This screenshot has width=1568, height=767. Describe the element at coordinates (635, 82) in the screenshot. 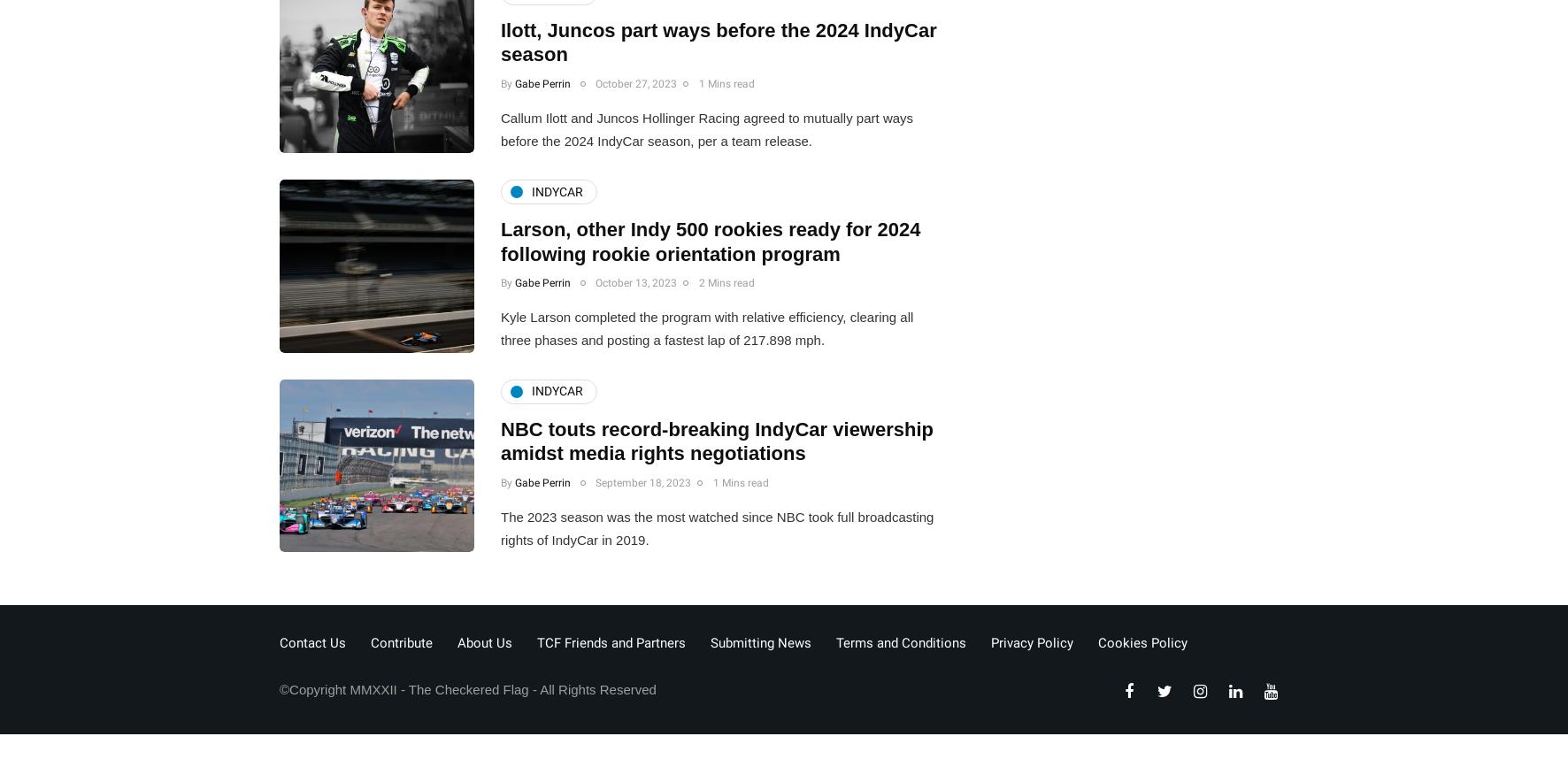

I see `'October 27, 2023'` at that location.